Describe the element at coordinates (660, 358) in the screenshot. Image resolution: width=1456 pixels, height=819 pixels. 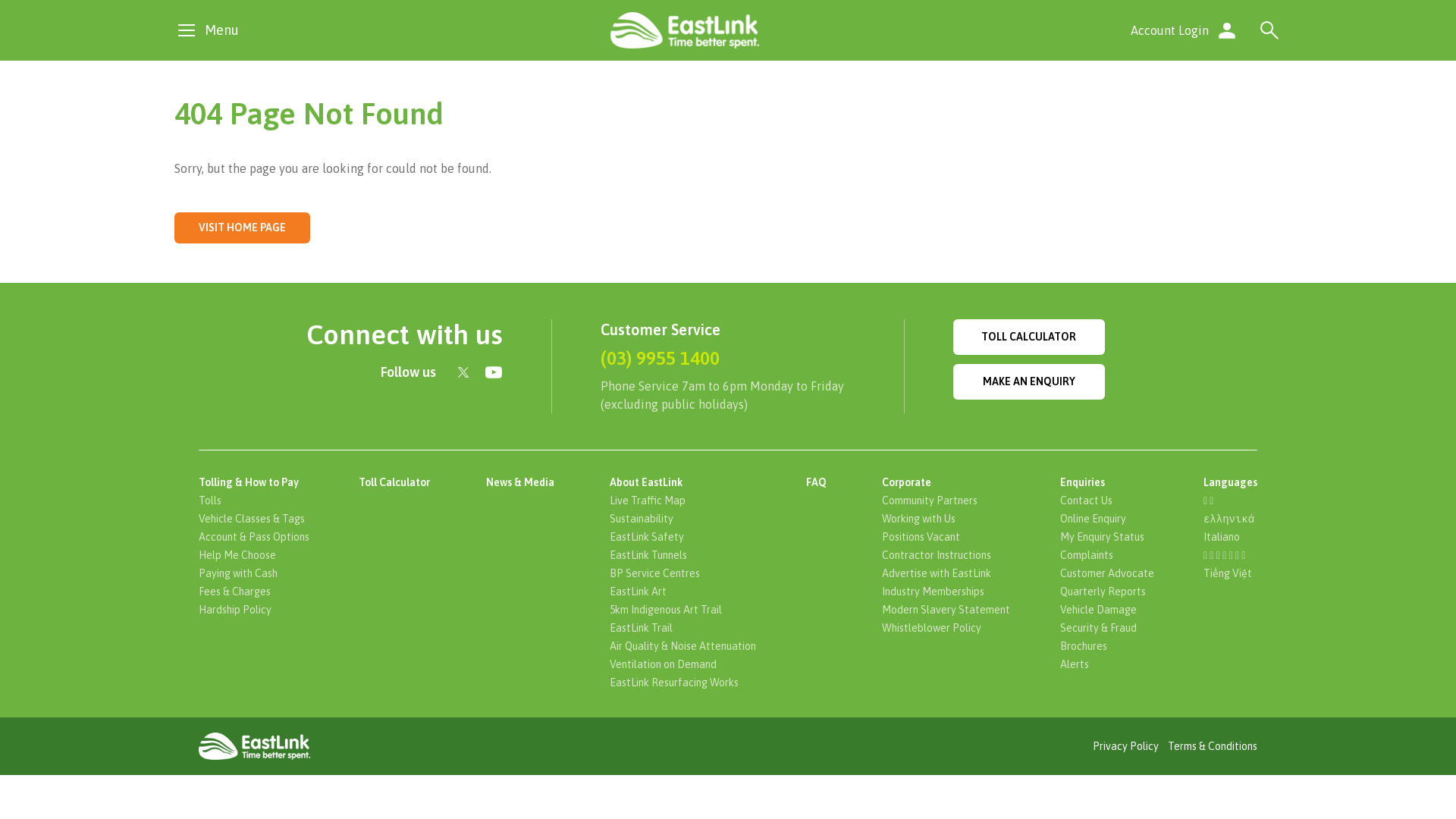
I see `'(03) 9955 1400'` at that location.